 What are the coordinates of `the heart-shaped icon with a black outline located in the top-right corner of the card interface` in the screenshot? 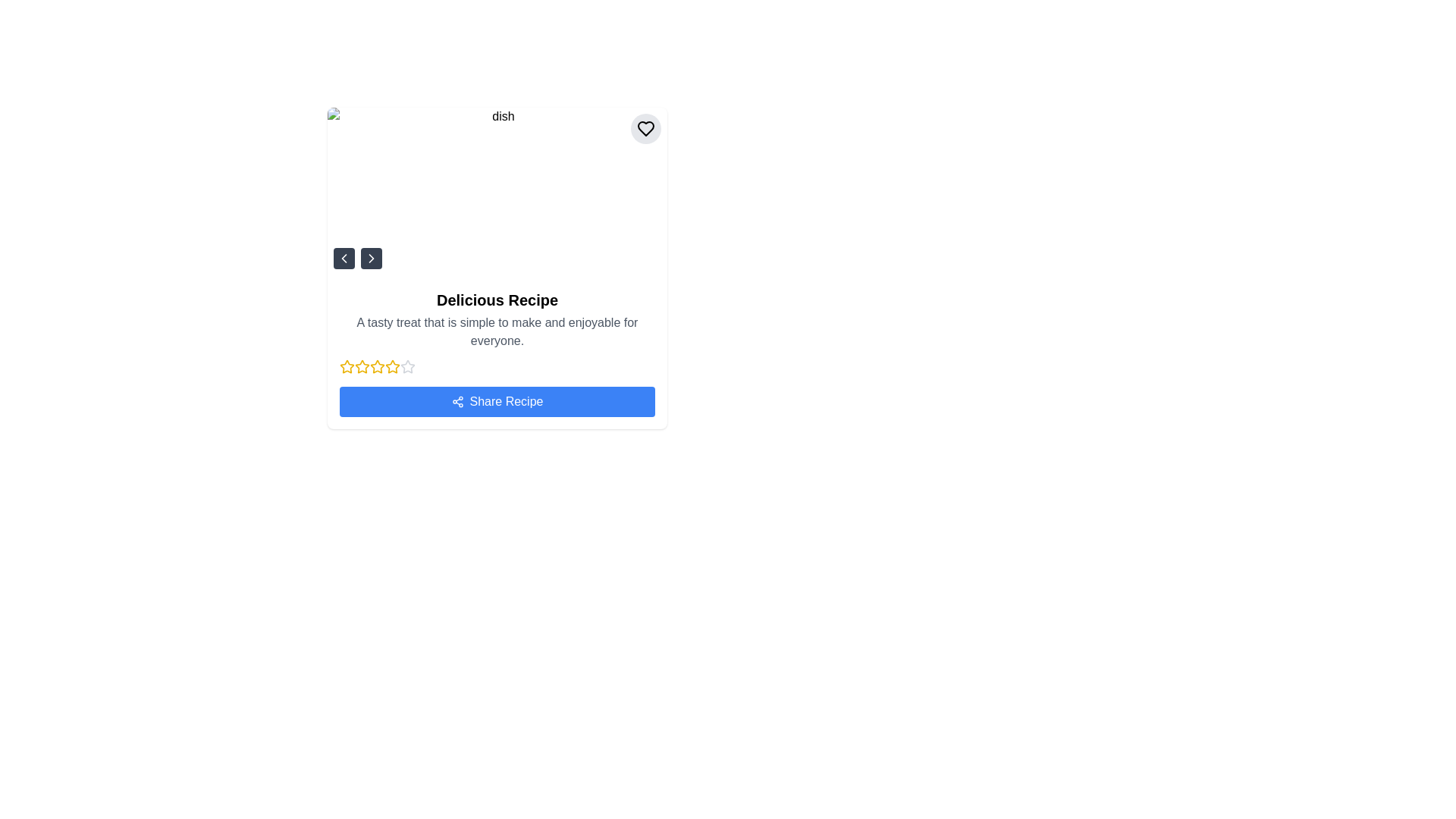 It's located at (645, 127).